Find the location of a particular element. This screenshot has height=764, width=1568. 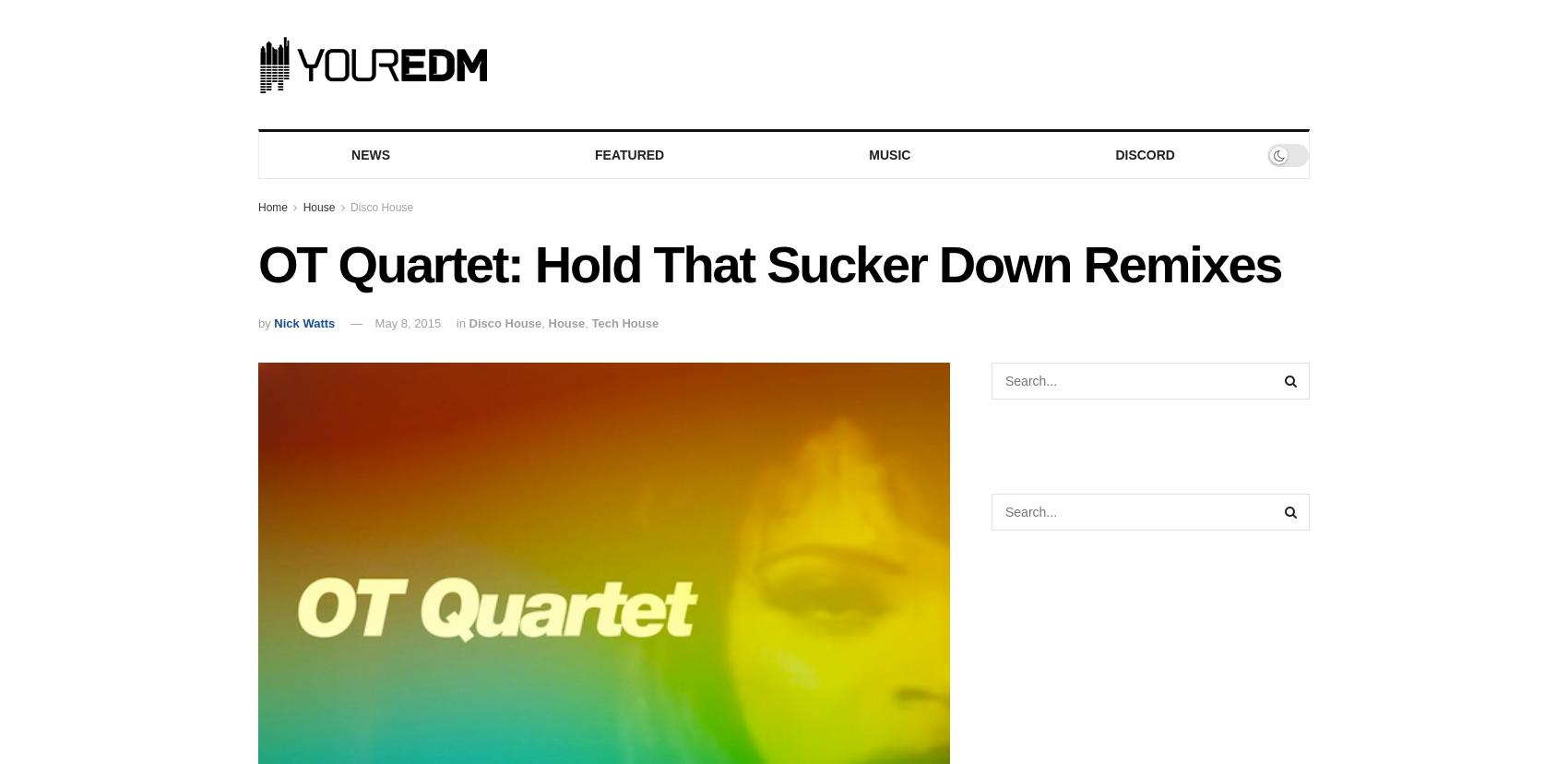

'Featured' is located at coordinates (629, 155).